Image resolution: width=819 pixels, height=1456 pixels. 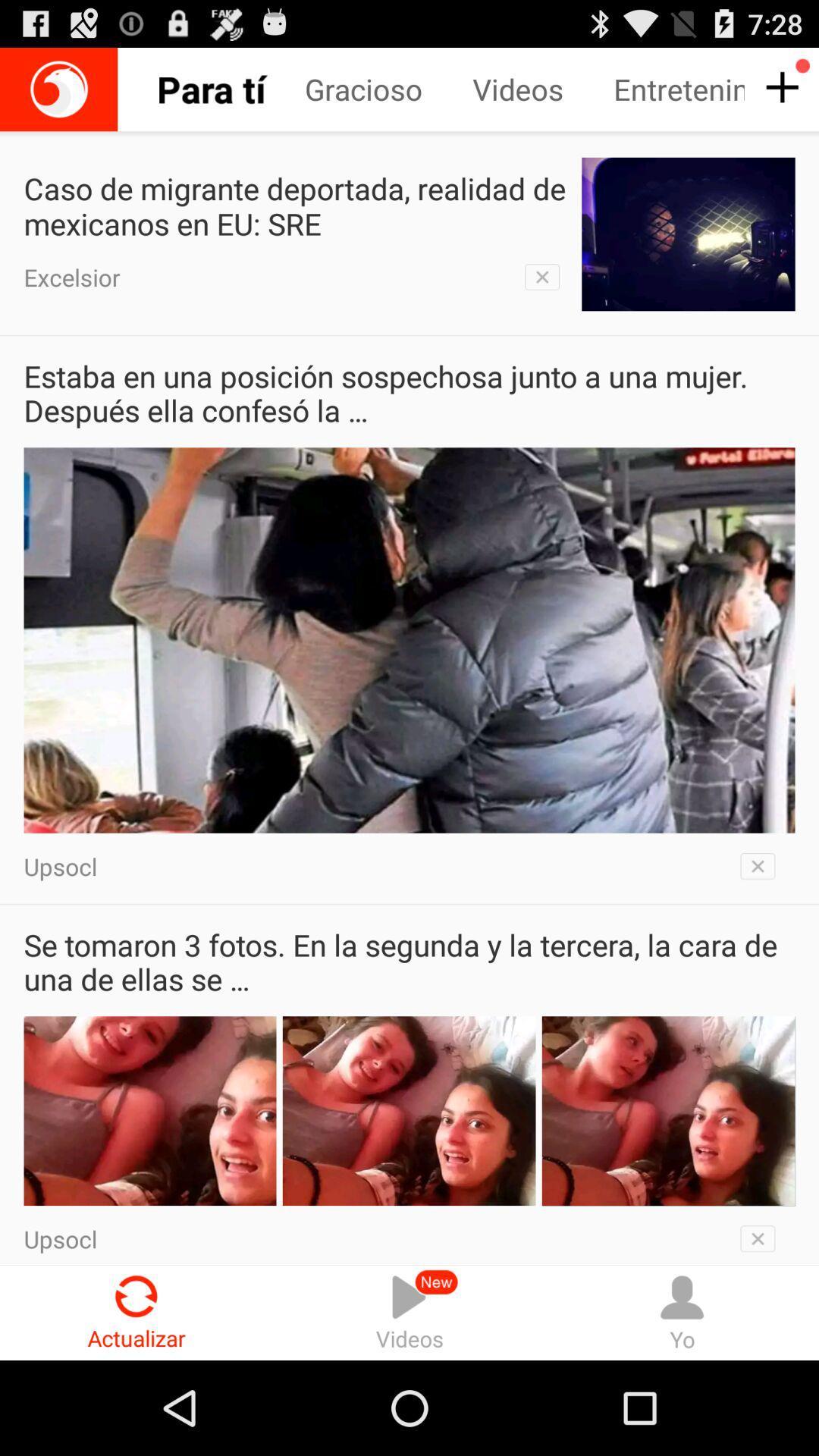 I want to click on the item to the left of the videos app, so click(x=388, y=89).